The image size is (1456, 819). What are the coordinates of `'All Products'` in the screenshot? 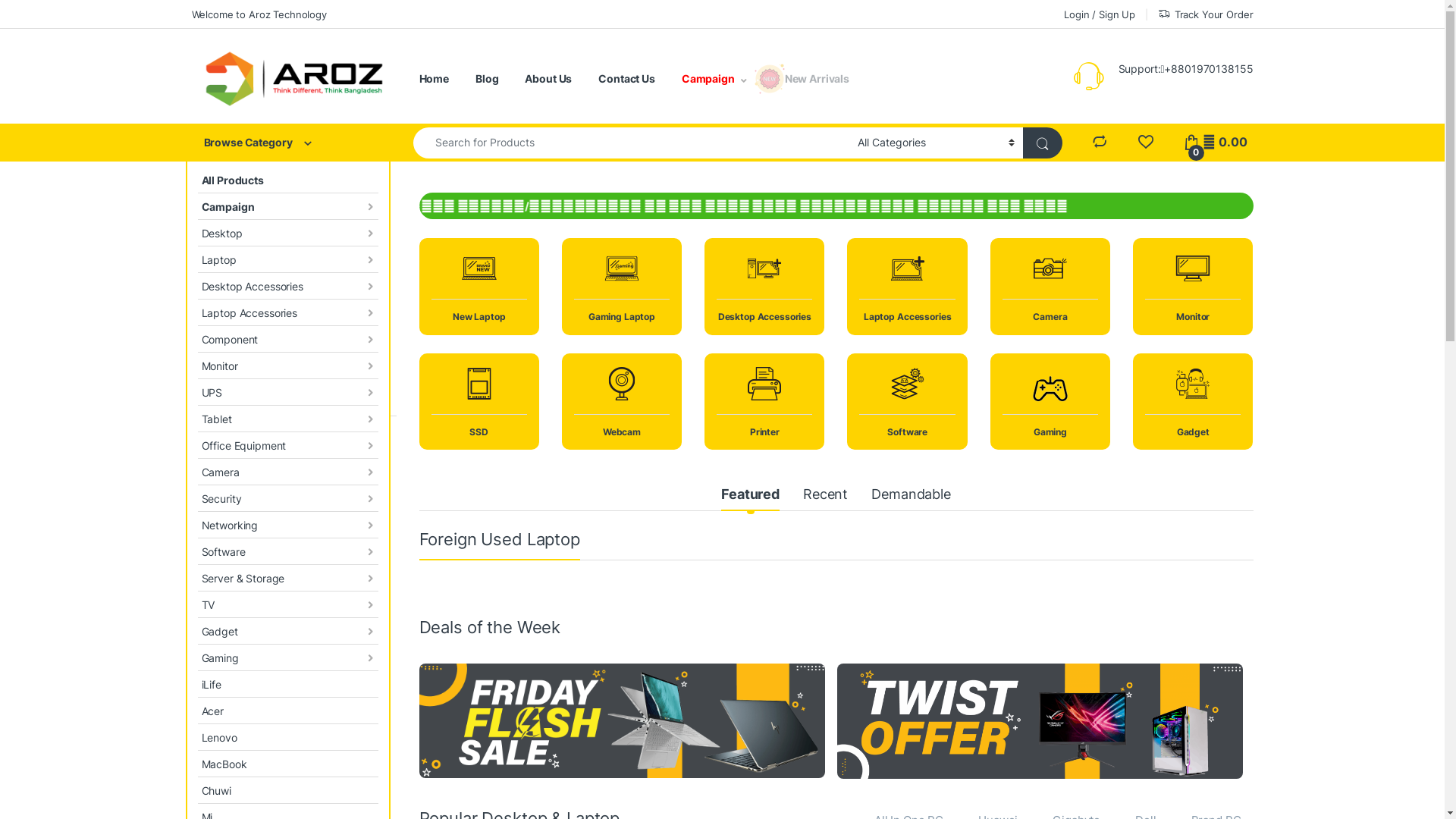 It's located at (196, 179).